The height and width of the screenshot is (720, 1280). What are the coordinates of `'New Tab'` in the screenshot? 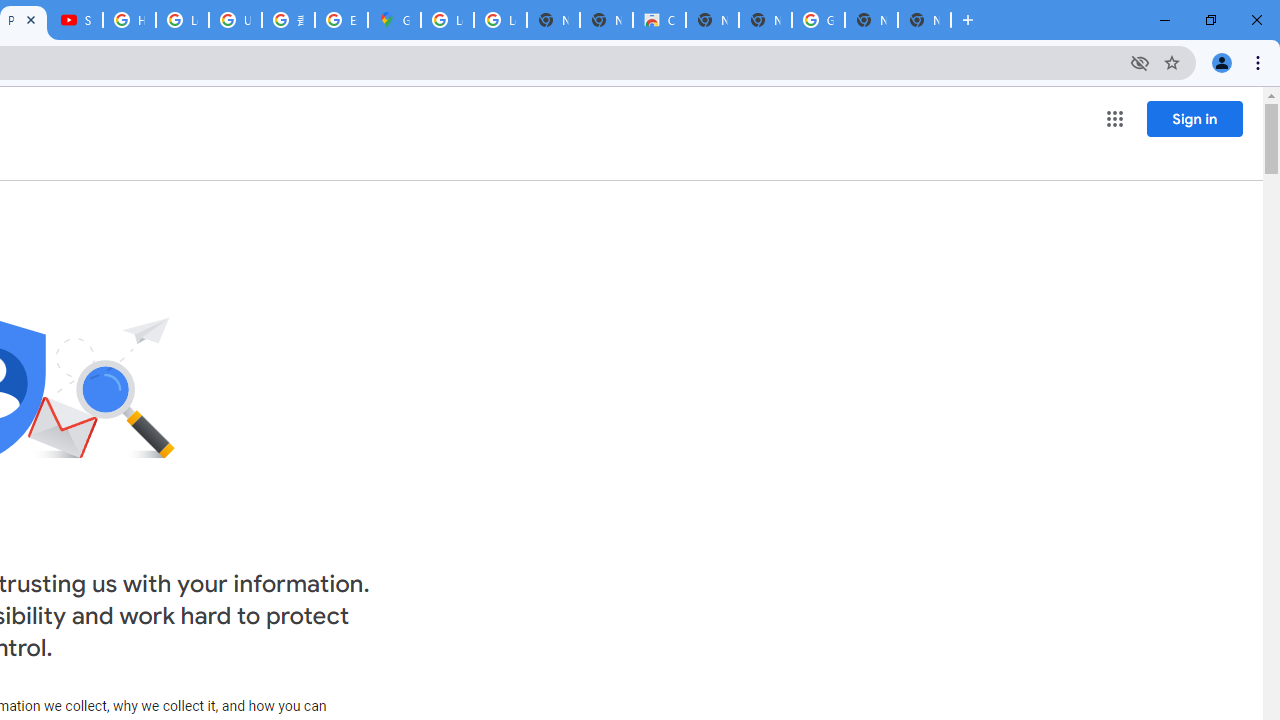 It's located at (923, 20).